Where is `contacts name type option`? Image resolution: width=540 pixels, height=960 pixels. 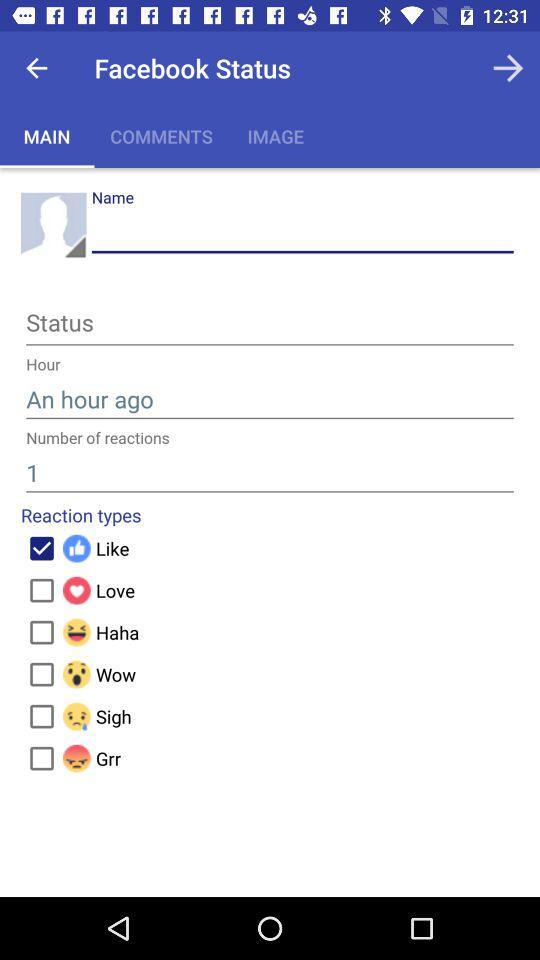 contacts name type option is located at coordinates (301, 232).